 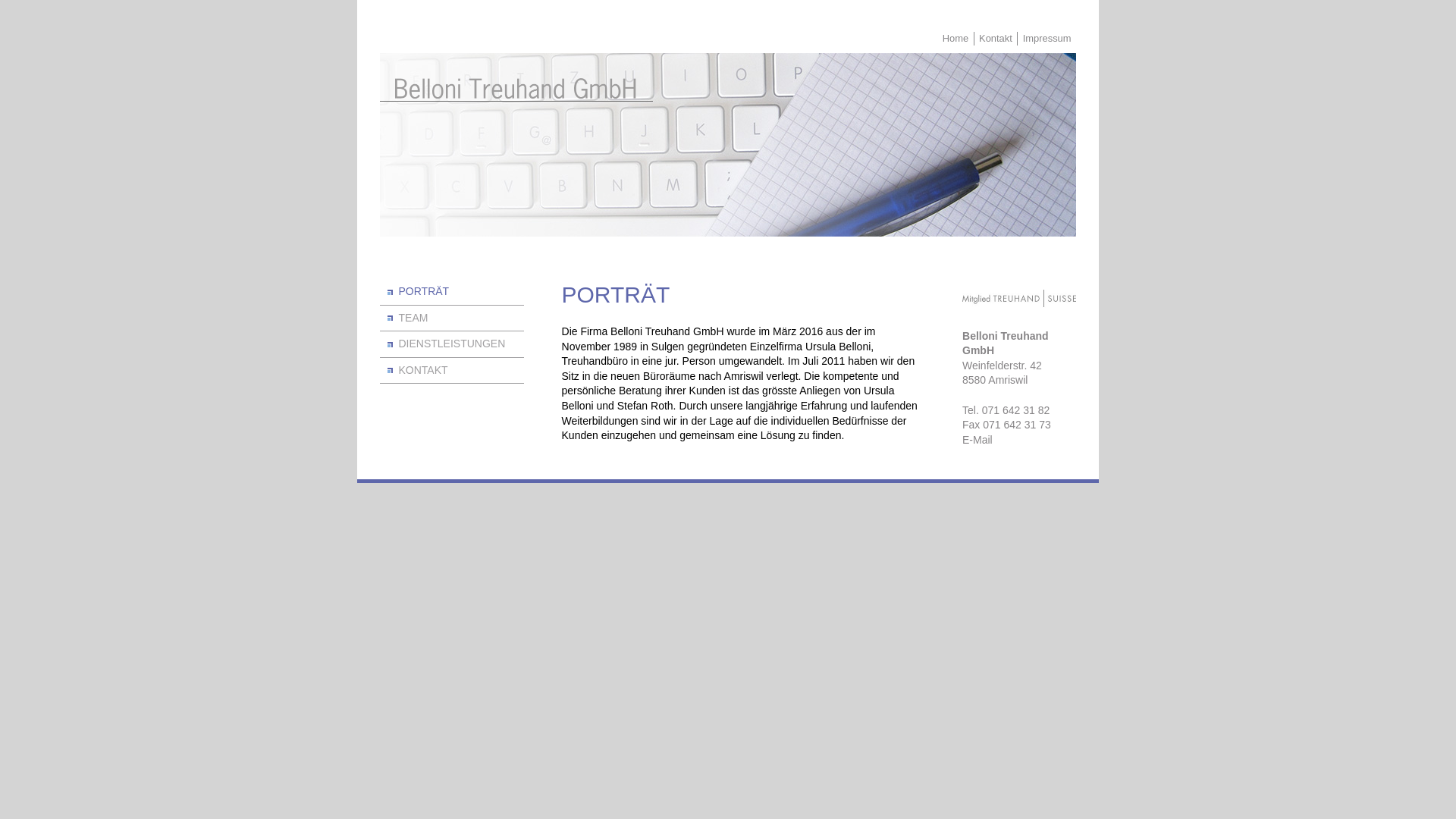 What do you see at coordinates (954, 37) in the screenshot?
I see `'Home'` at bounding box center [954, 37].